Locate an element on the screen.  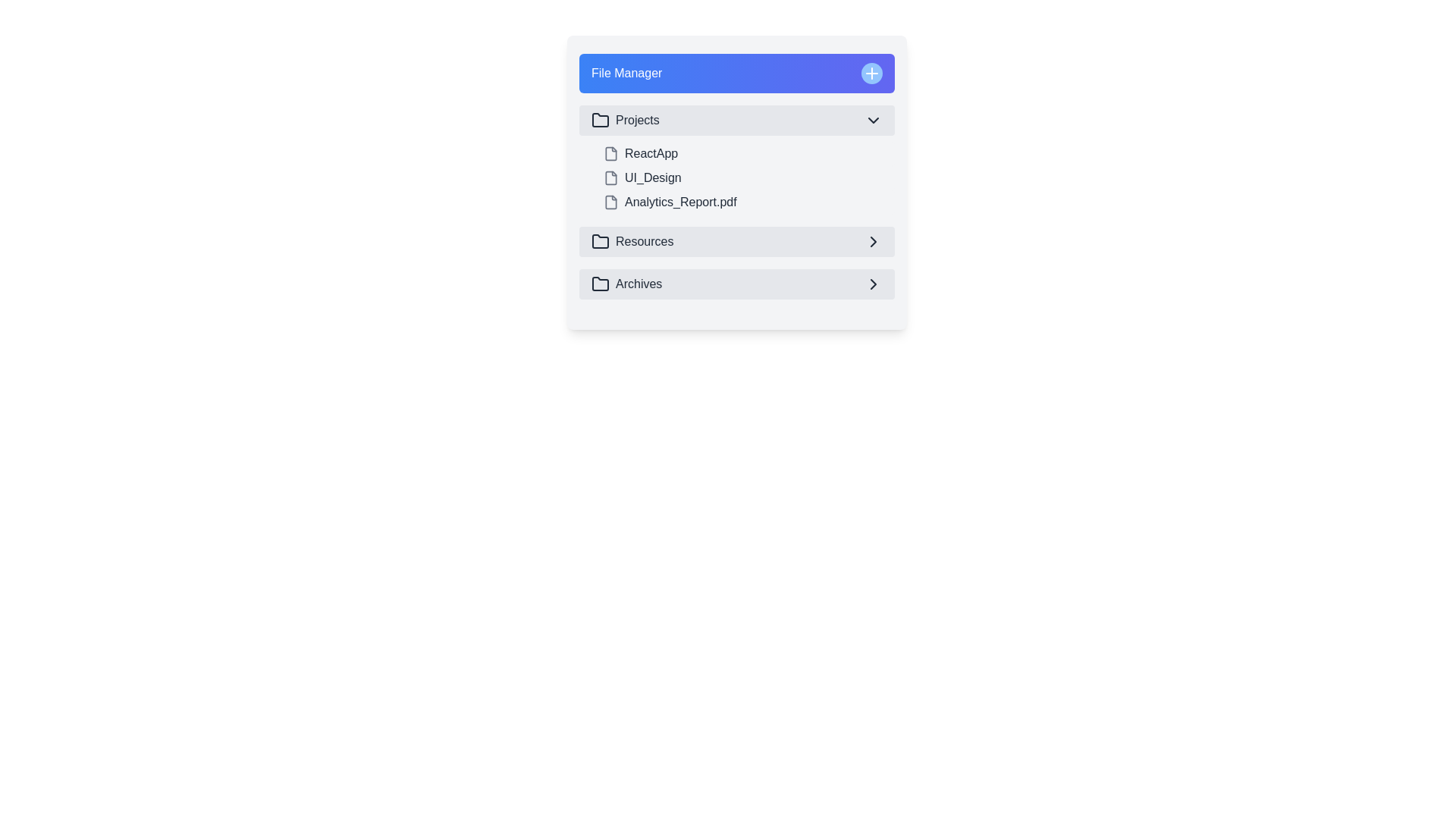
the SVG icon resembling a document, which has a gray outline and is associated with the text label 'UI_Design', located under the 'Projects' section is located at coordinates (611, 177).